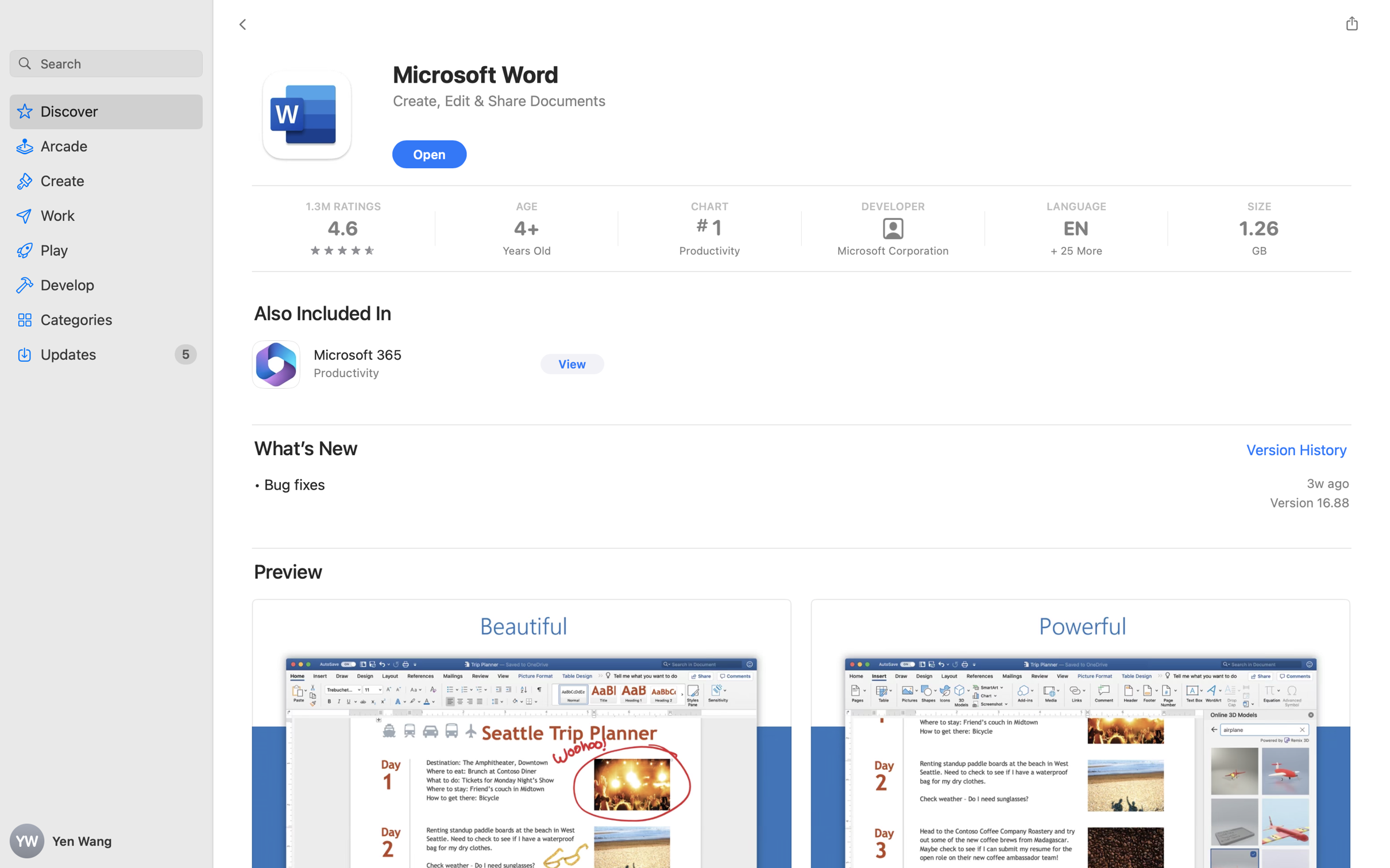  Describe the element at coordinates (343, 227) in the screenshot. I see `'4.6'` at that location.